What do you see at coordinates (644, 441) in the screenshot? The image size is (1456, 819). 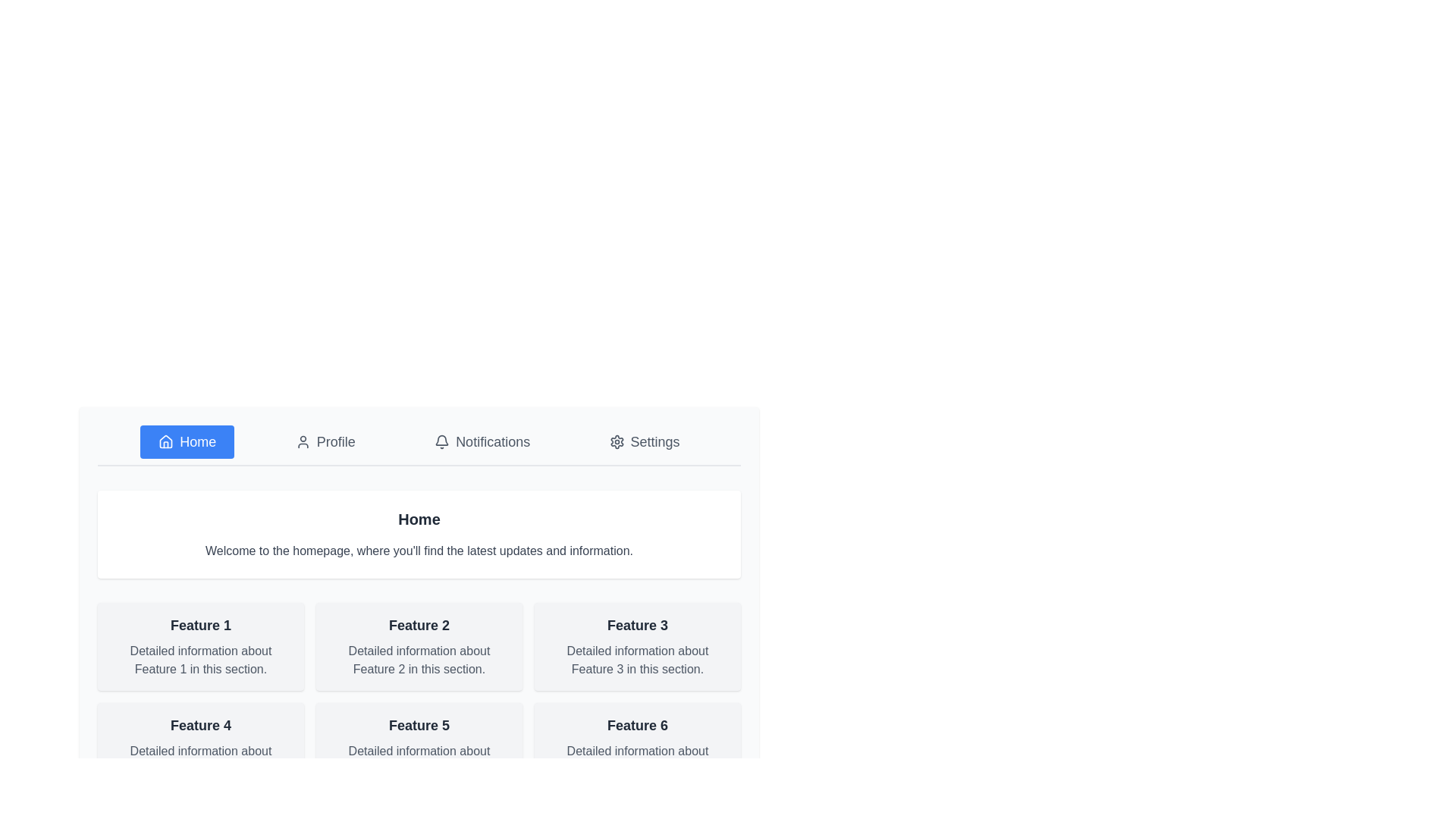 I see `the 'Settings' button, which is the fourth button in the horizontal navigation bar, to change its appearance` at bounding box center [644, 441].